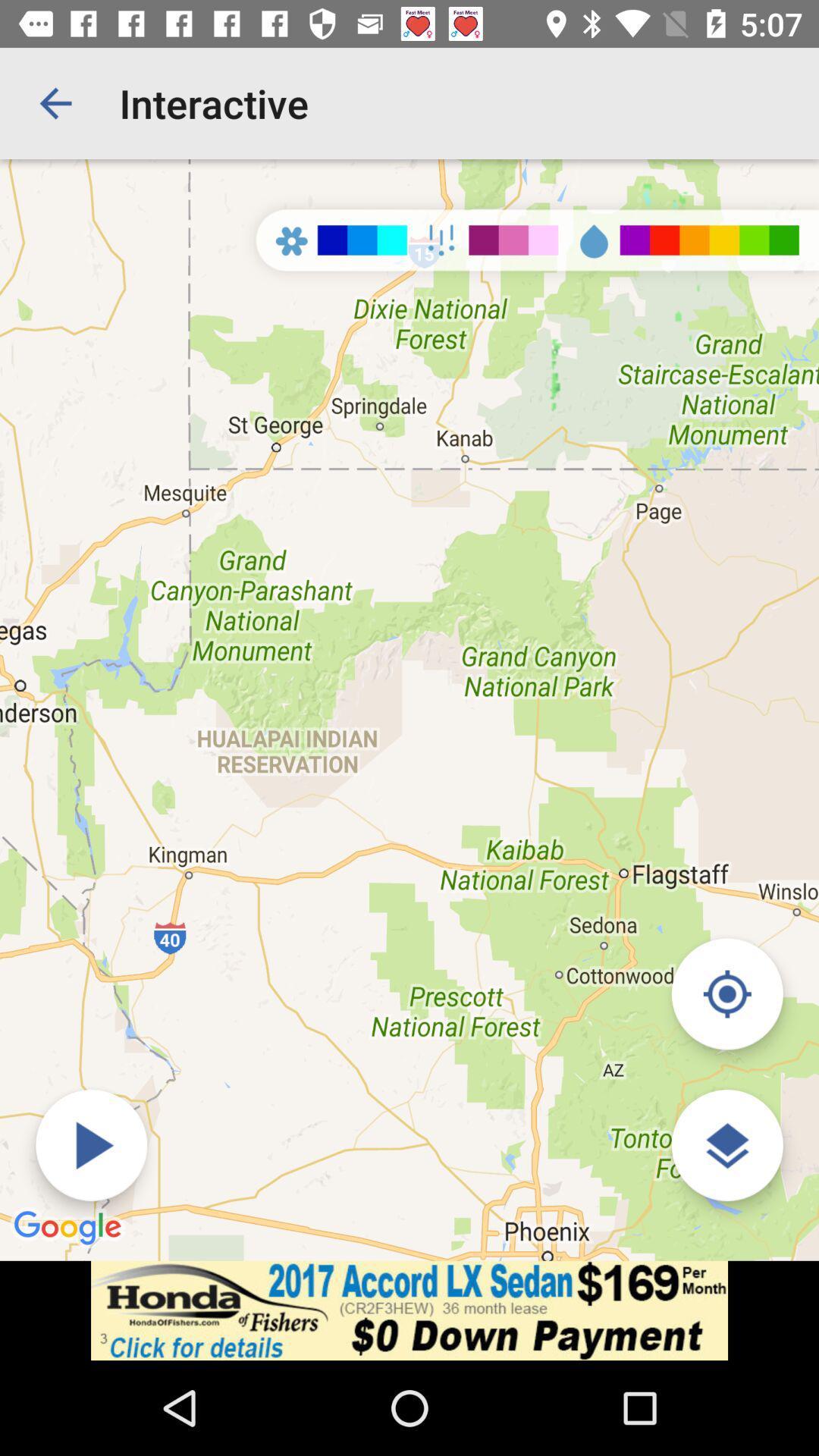 Image resolution: width=819 pixels, height=1456 pixels. I want to click on the location_crosshair icon, so click(726, 993).